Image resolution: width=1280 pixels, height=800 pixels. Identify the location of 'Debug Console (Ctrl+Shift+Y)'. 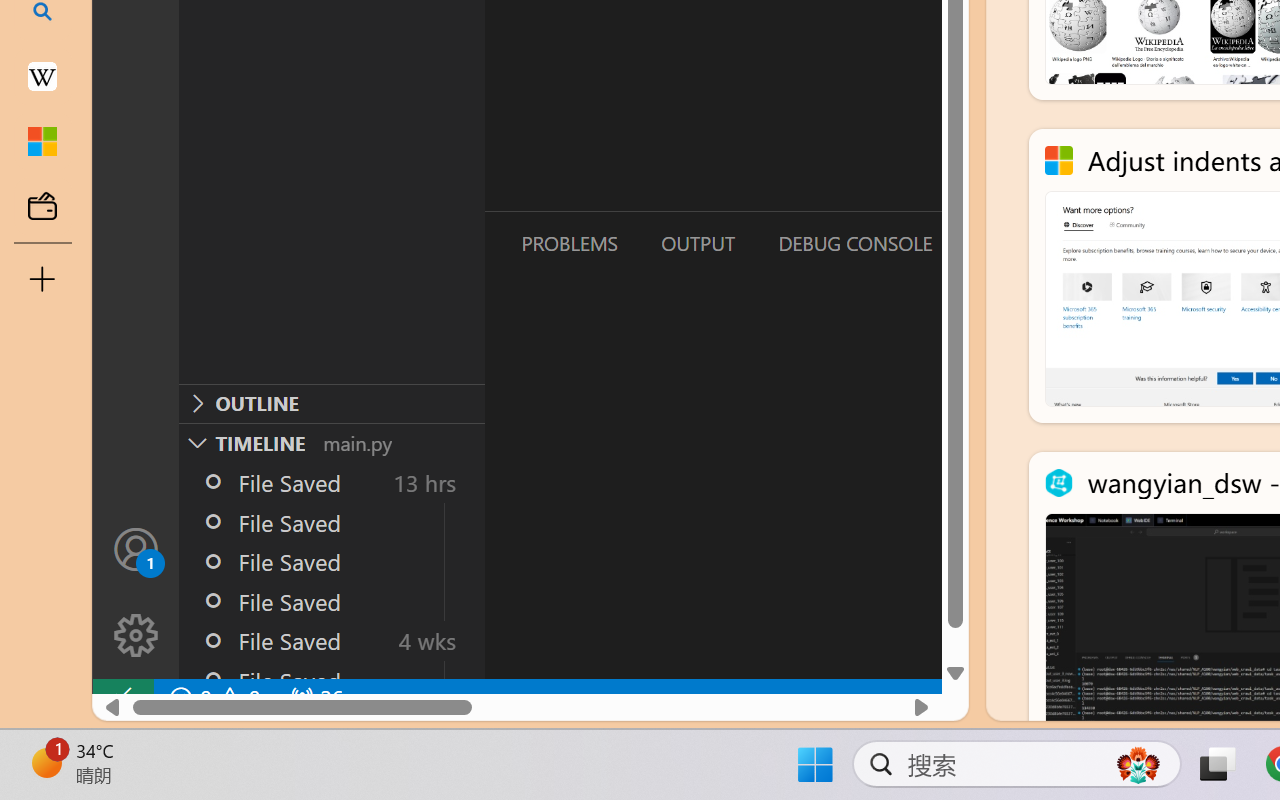
(854, 242).